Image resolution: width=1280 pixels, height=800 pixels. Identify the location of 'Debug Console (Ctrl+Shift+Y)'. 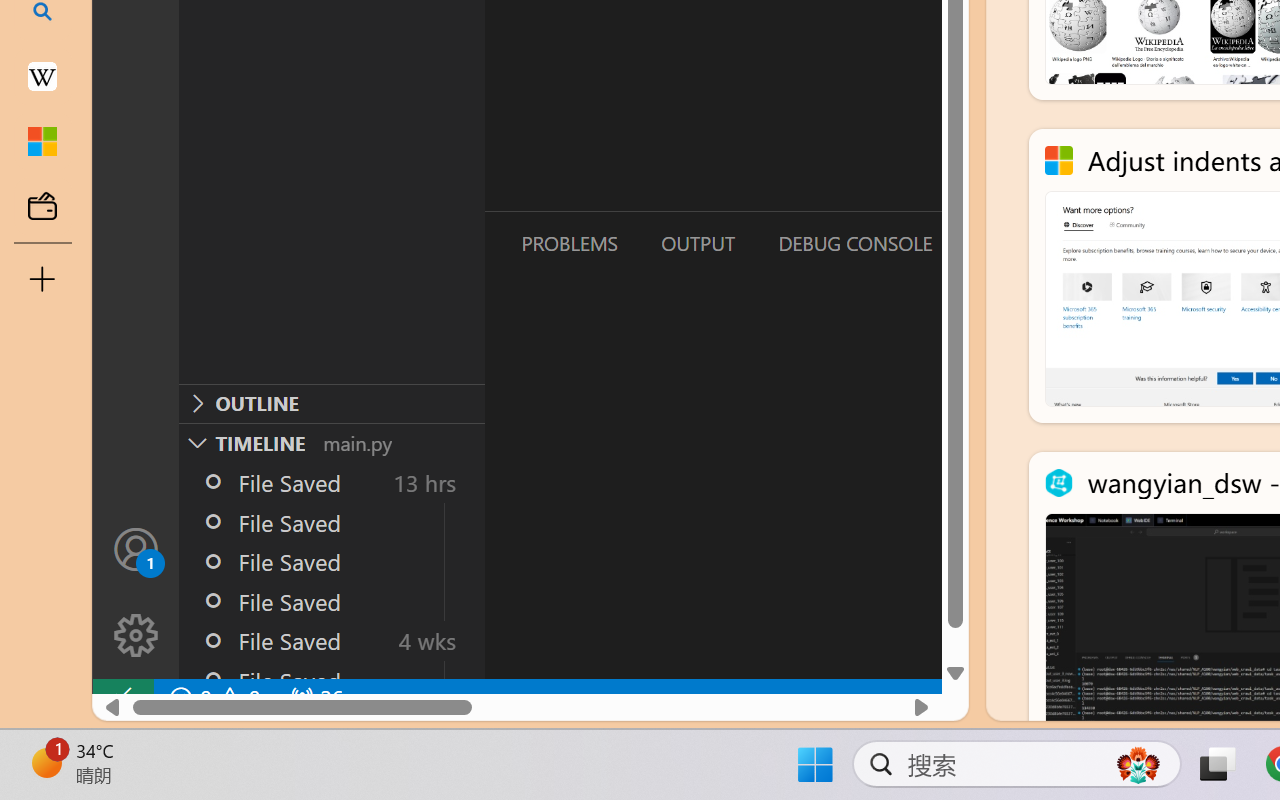
(854, 242).